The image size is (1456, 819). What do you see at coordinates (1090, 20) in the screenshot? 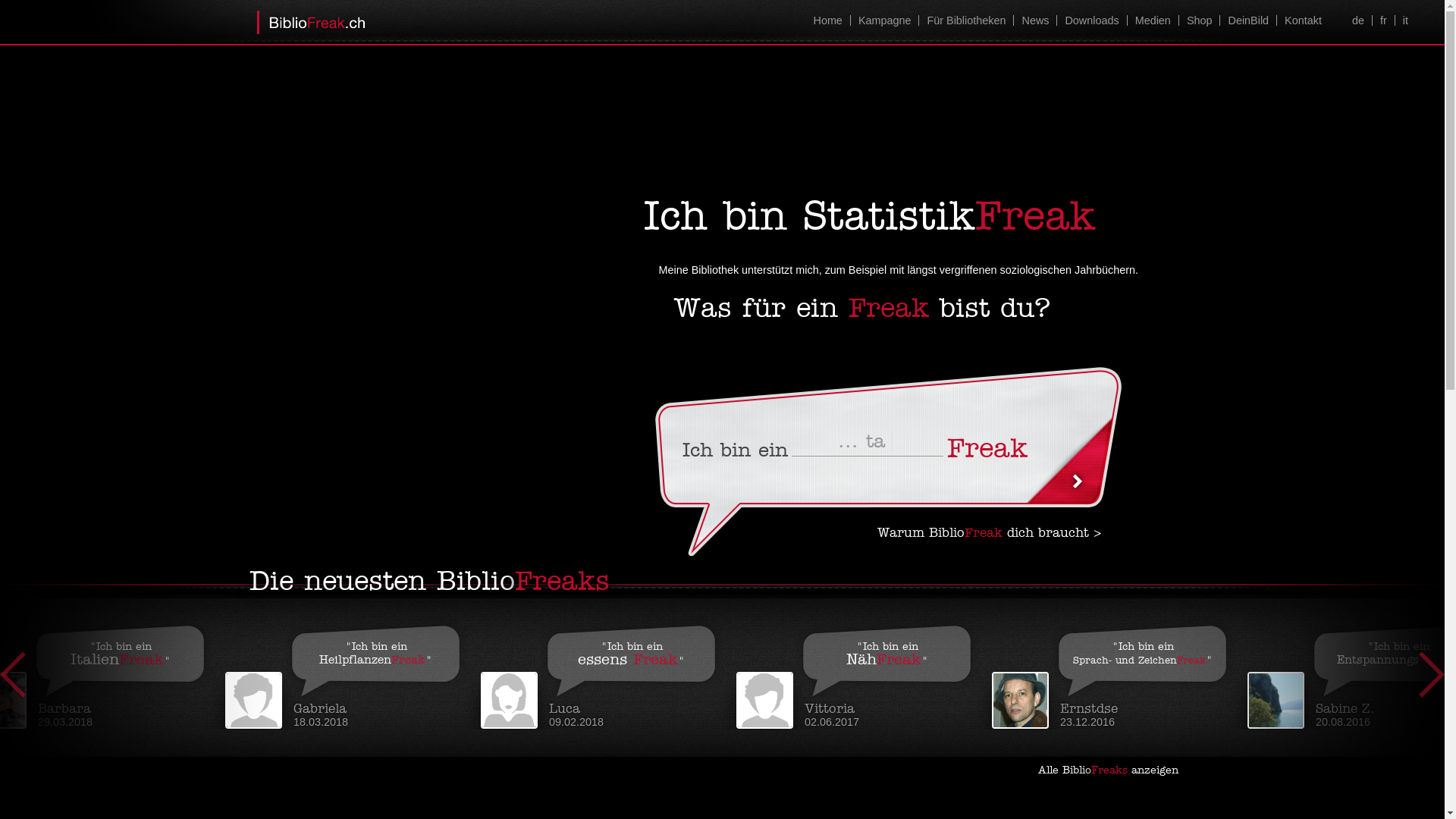
I see `'Downloads'` at bounding box center [1090, 20].